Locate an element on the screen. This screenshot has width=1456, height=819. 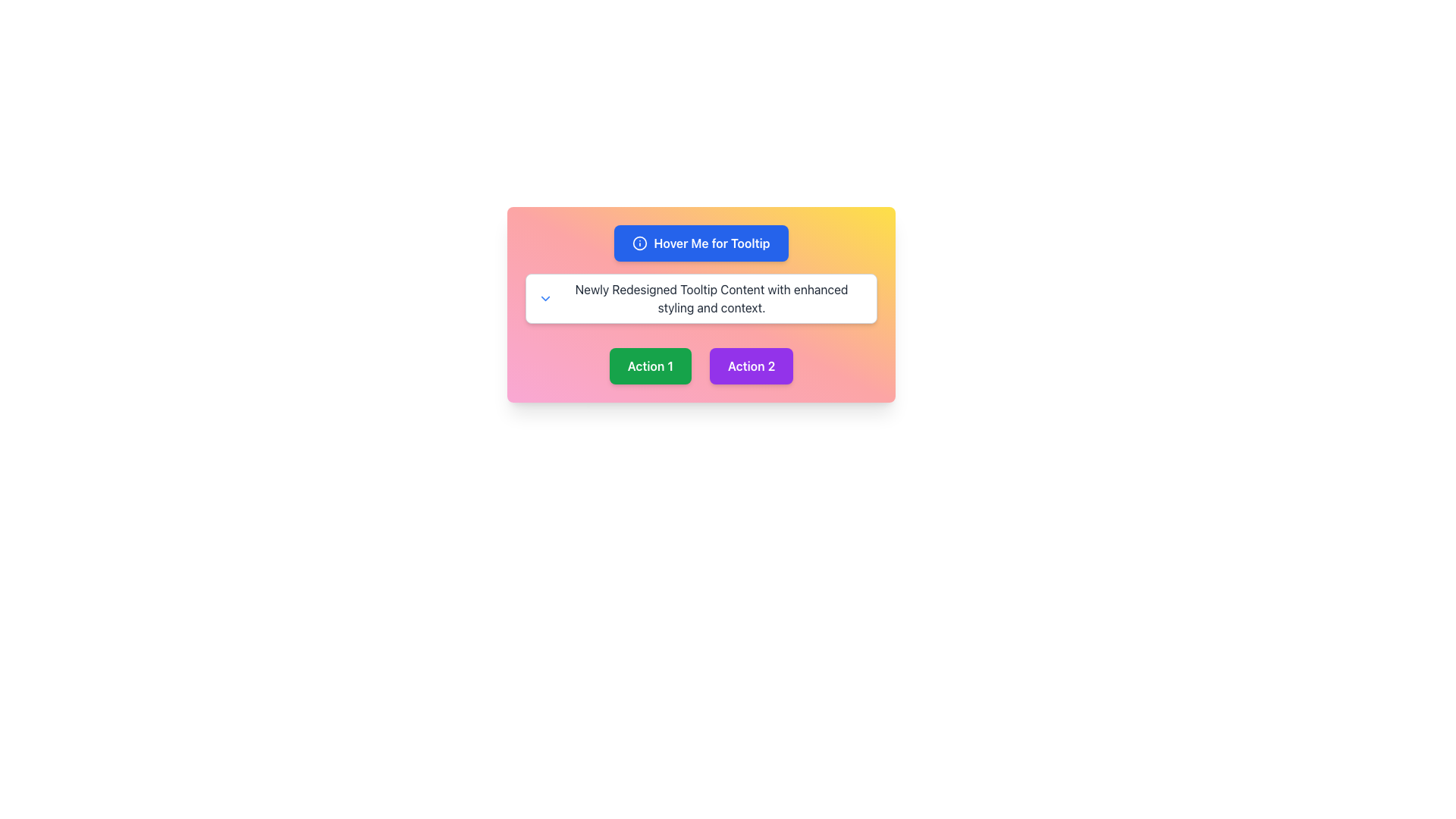
the downward chevron icon located to the left of the text message is located at coordinates (545, 298).